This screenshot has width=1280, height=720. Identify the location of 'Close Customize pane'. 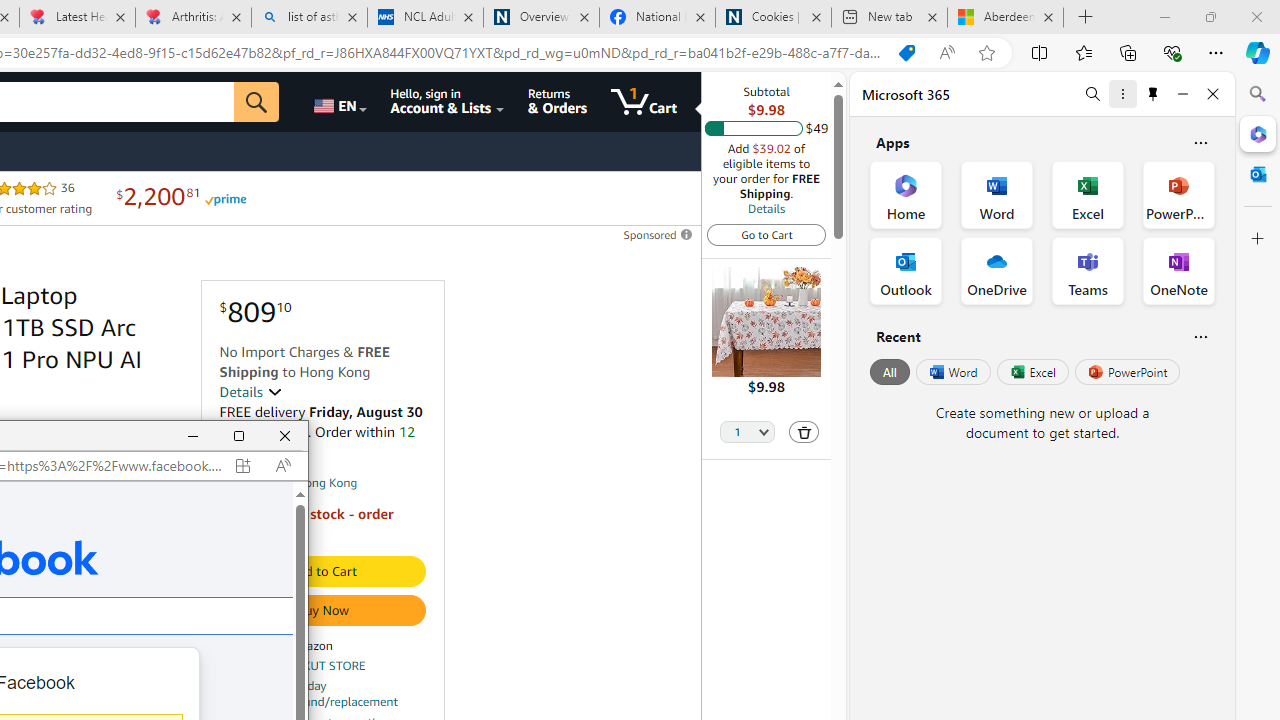
(1257, 238).